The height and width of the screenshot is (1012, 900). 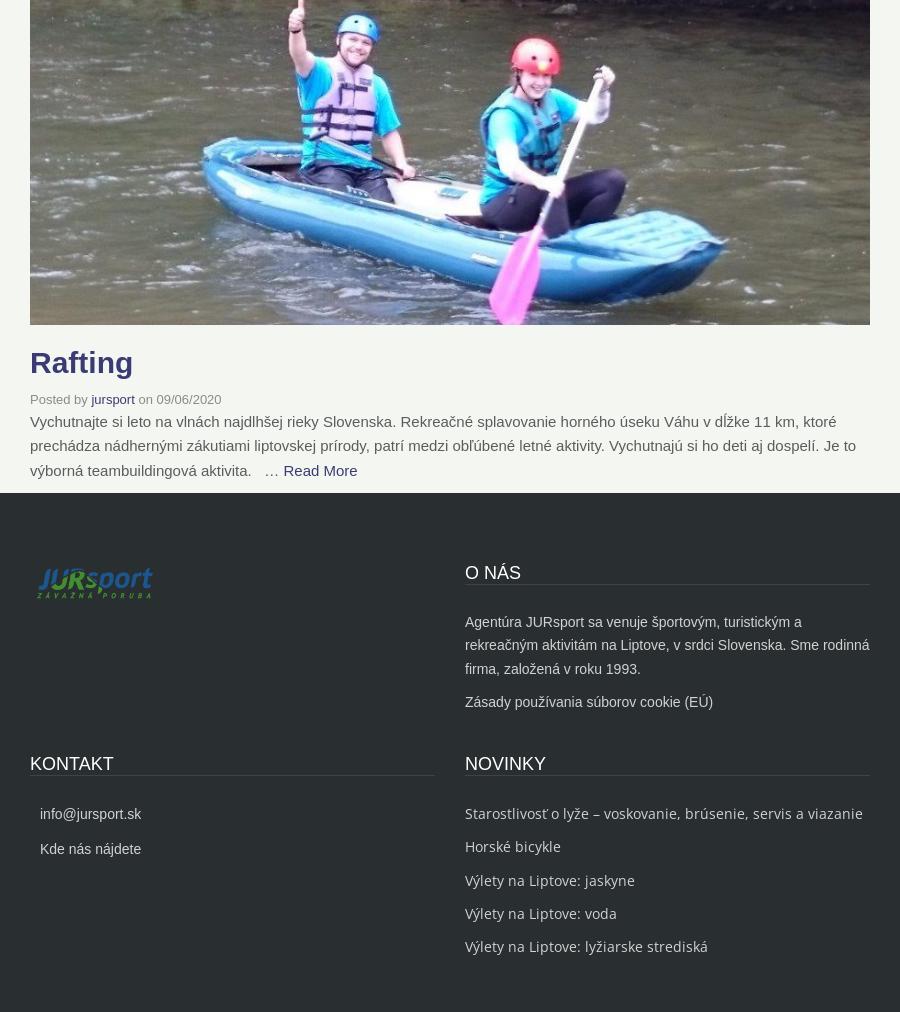 What do you see at coordinates (144, 398) in the screenshot?
I see `'on'` at bounding box center [144, 398].